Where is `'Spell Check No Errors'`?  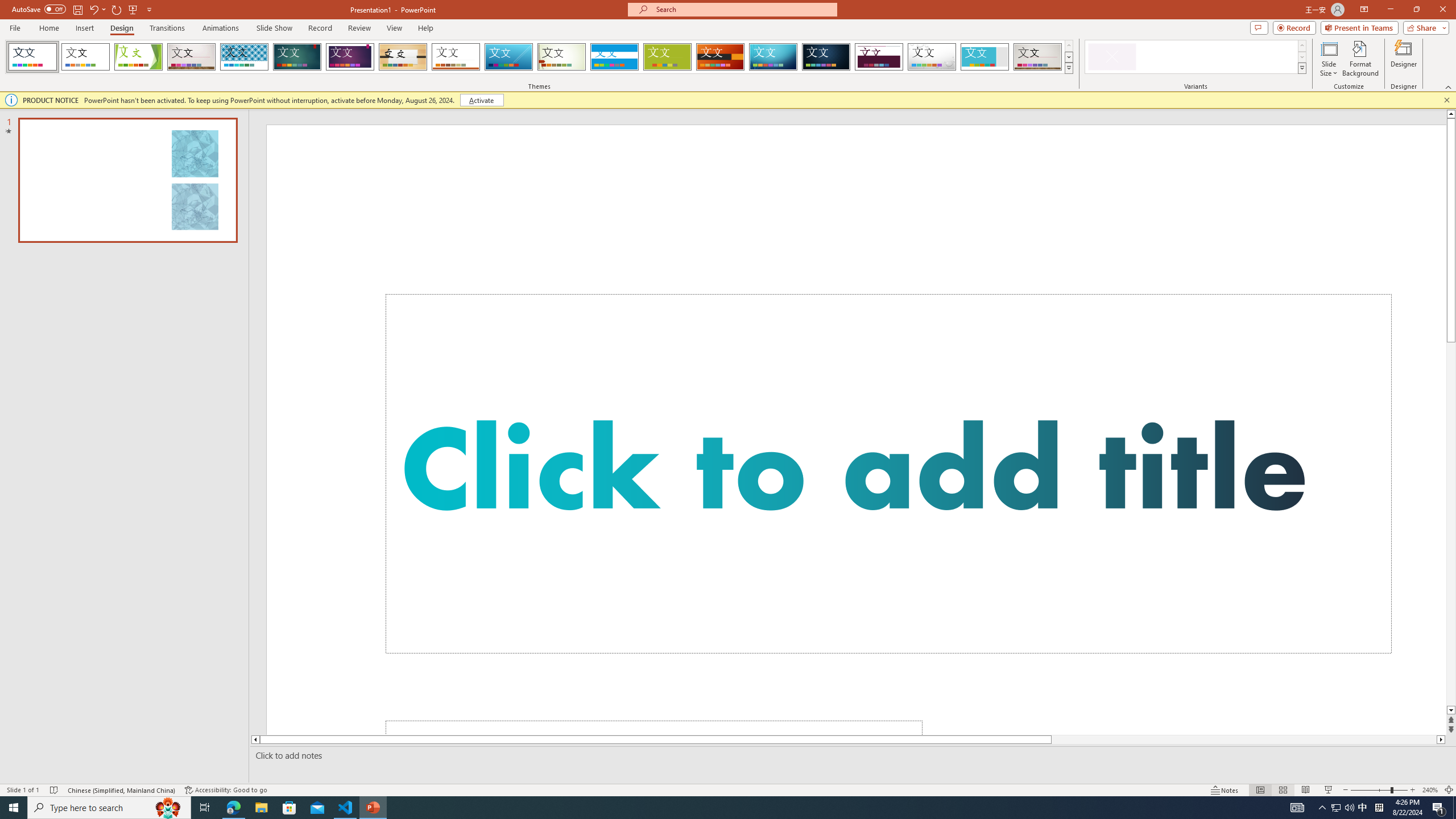 'Spell Check No Errors' is located at coordinates (54, 790).